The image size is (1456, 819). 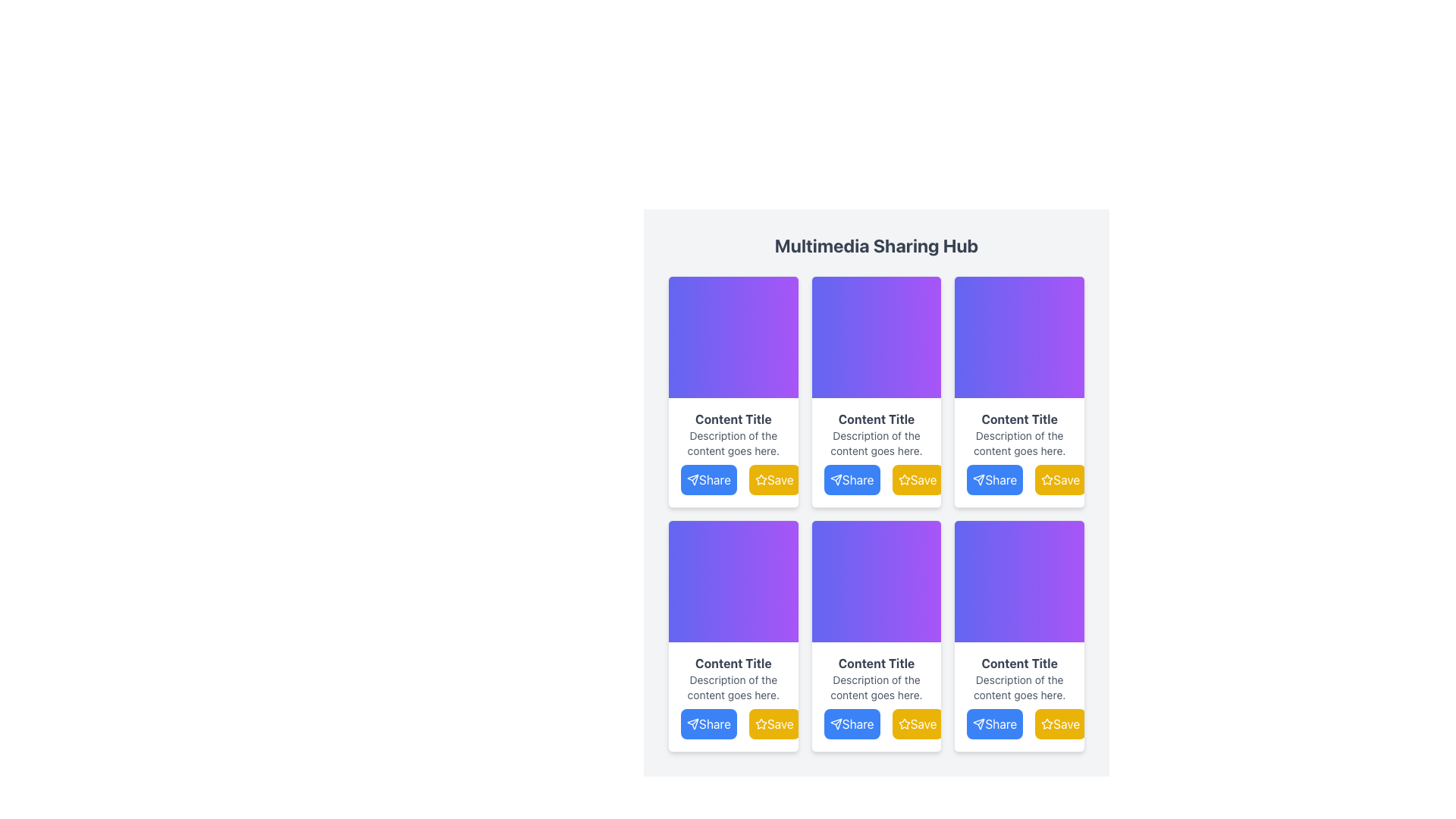 I want to click on text label that serves as the title of the third card in the first row of the multimedia sharing options grid, which is centrally aligned above the content description, so click(x=1019, y=419).